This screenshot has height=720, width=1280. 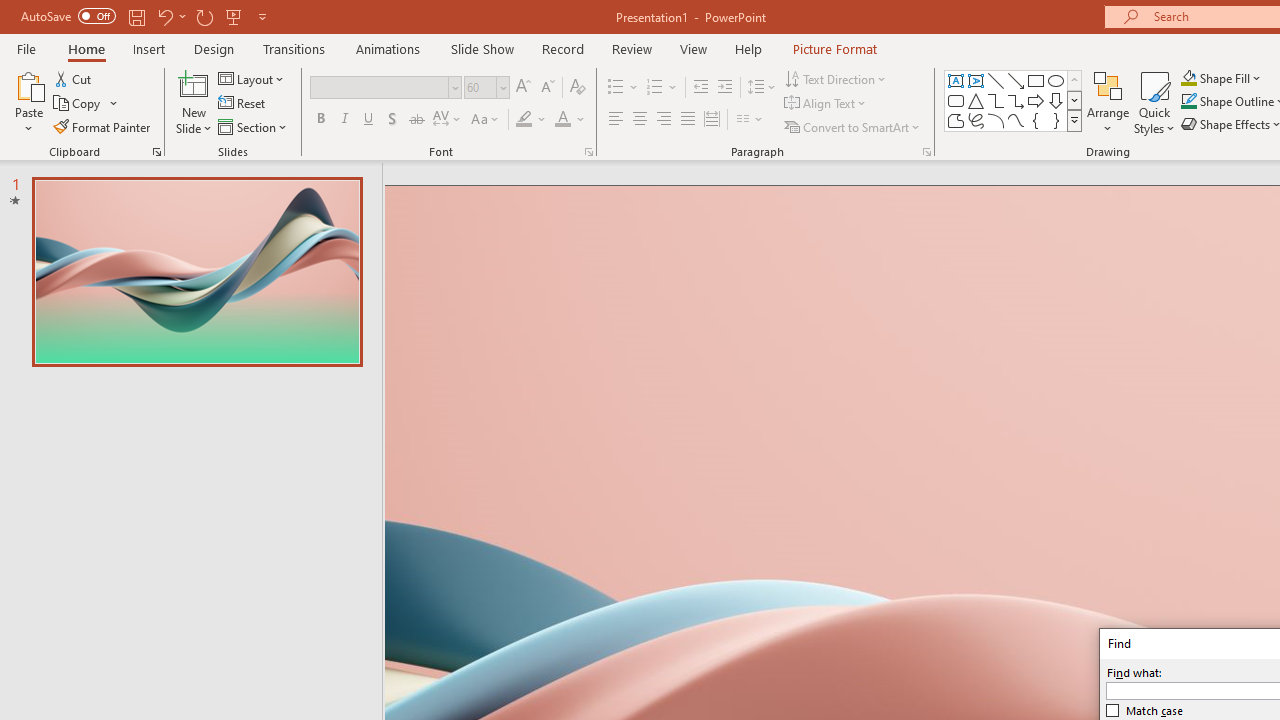 I want to click on 'Isosceles Triangle', so click(x=976, y=100).